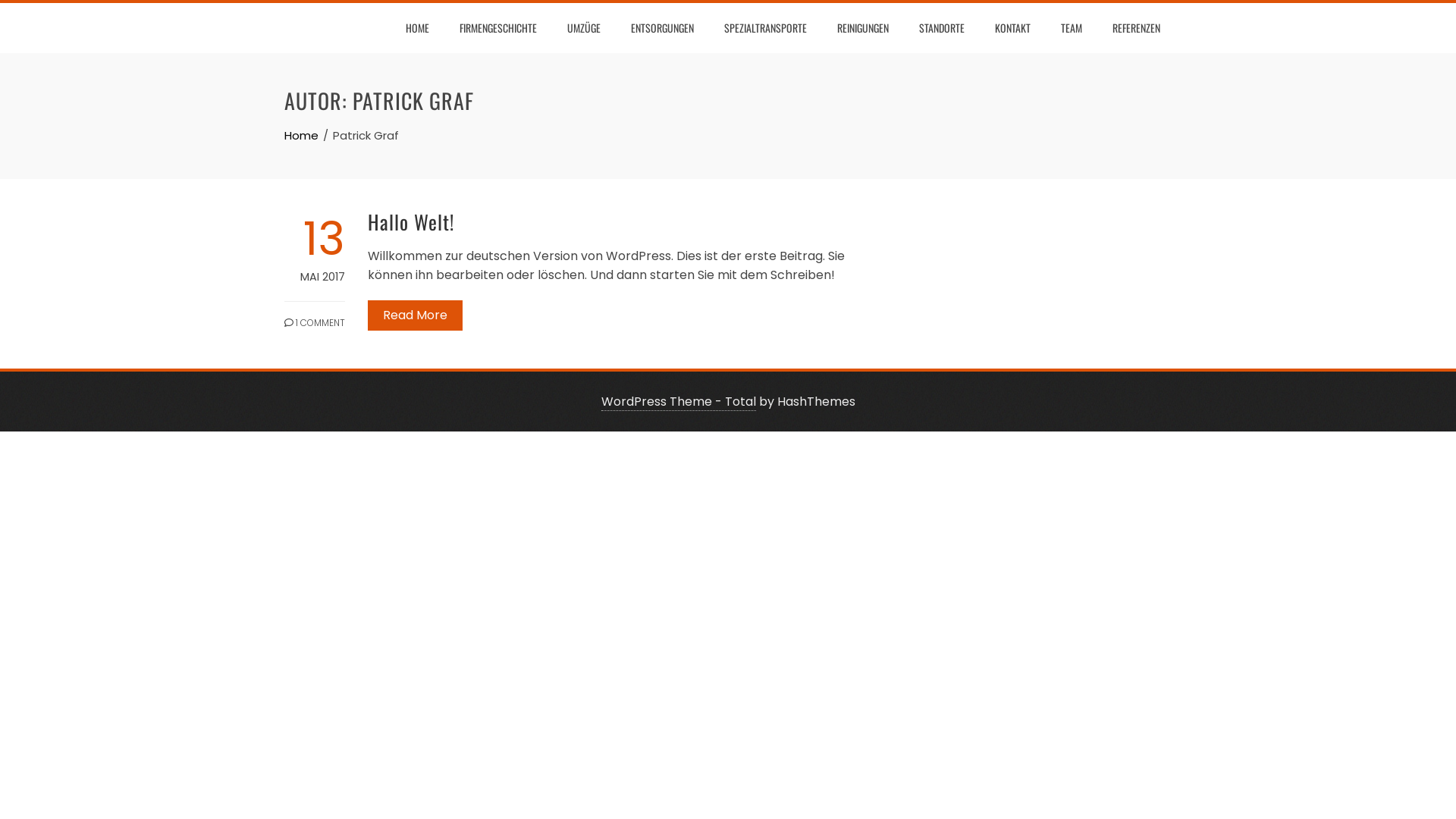  I want to click on 'HOME', so click(417, 28).